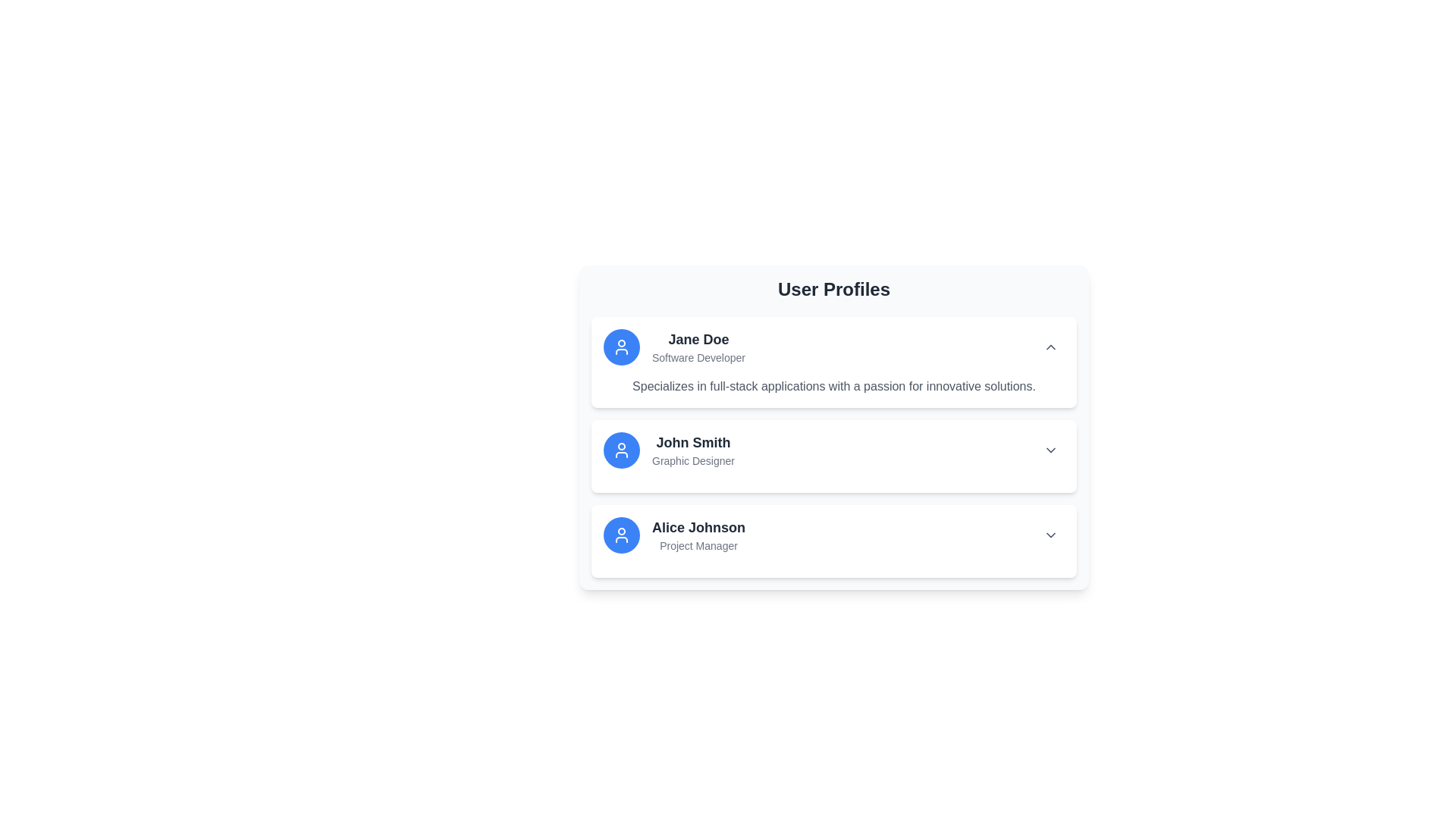  Describe the element at coordinates (692, 442) in the screenshot. I see `the name header text identifying the user profile as 'John Smith' for reading` at that location.